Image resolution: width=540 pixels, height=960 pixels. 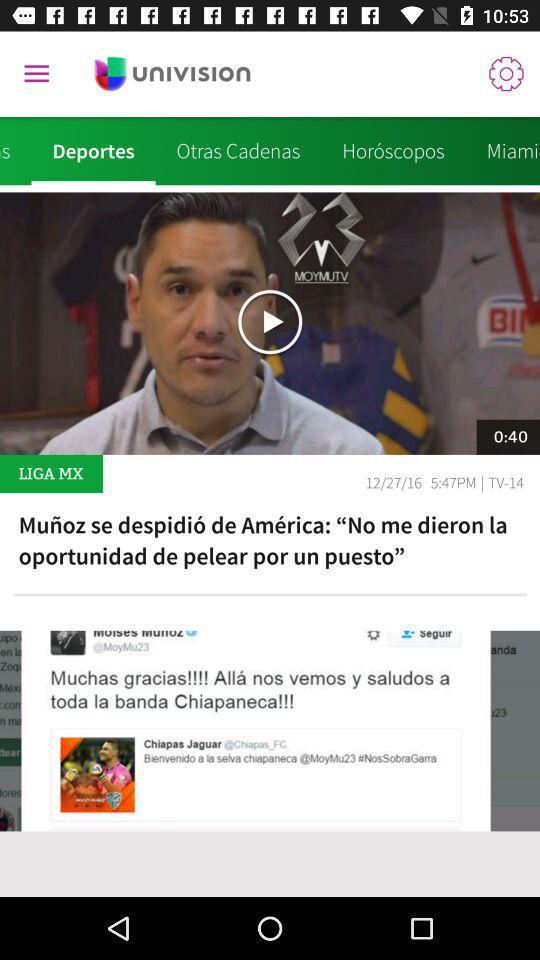 What do you see at coordinates (36, 74) in the screenshot?
I see `icon above deportes item` at bounding box center [36, 74].